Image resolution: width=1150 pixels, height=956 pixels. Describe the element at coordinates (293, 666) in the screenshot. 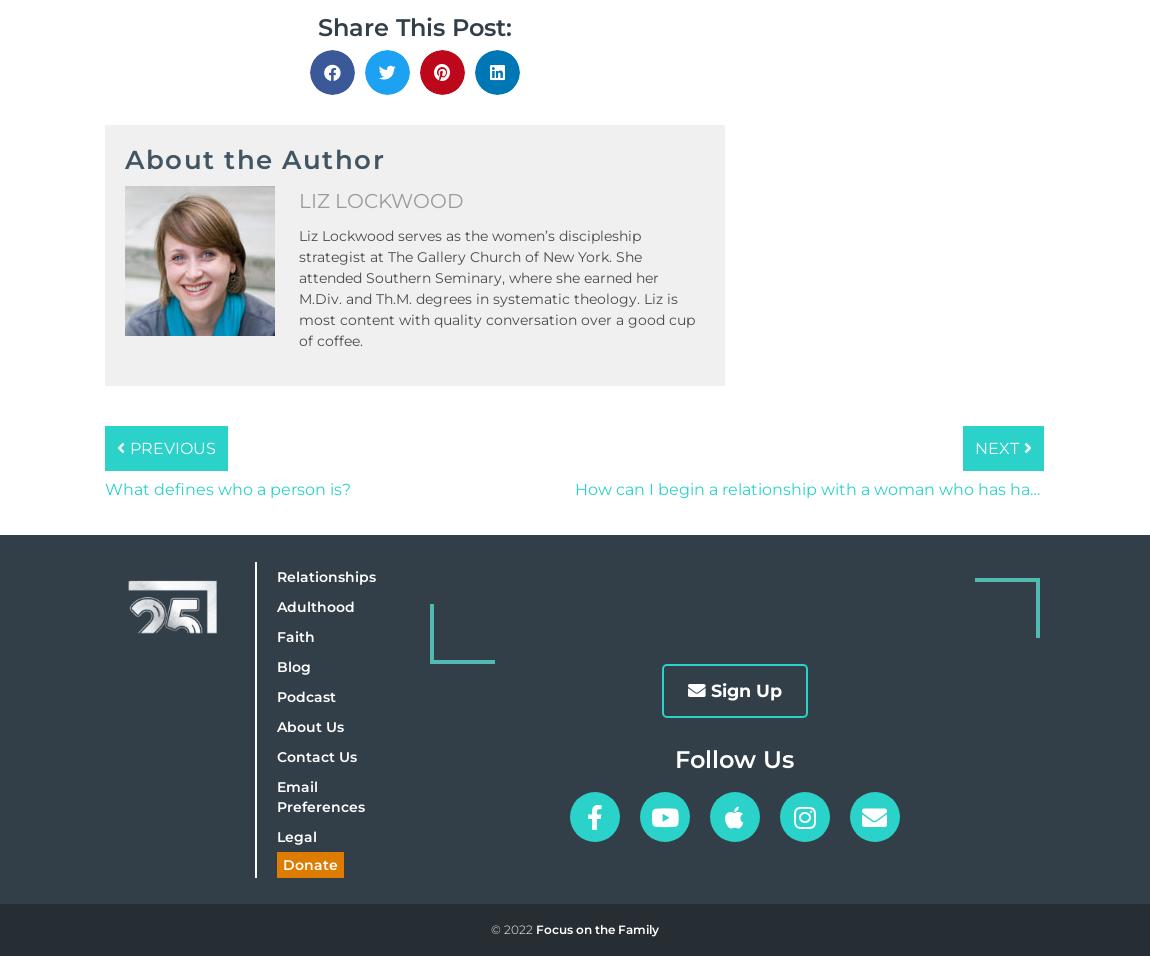

I see `'Blog'` at that location.